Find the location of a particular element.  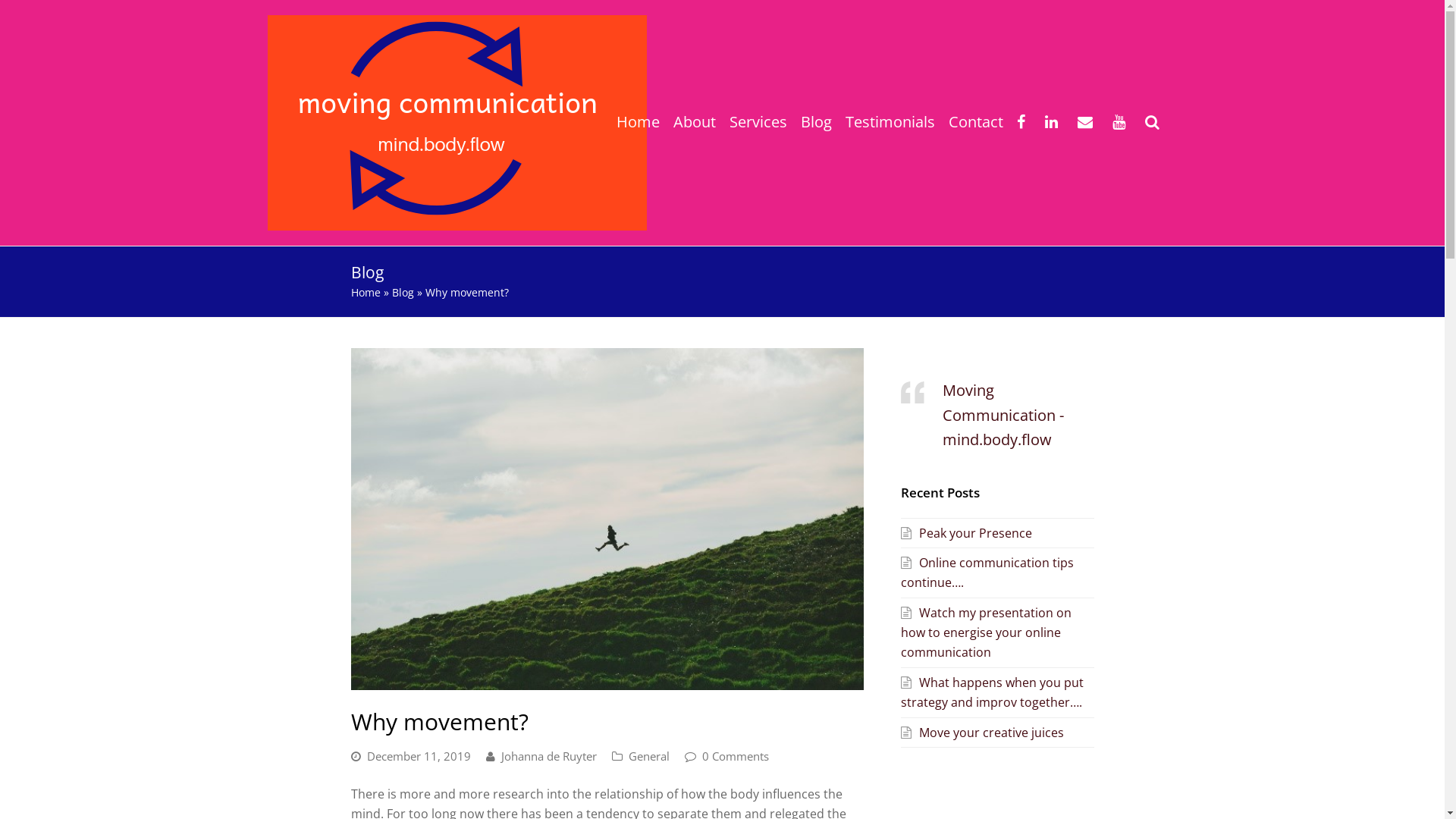

'Johanna de Ruyter' is located at coordinates (548, 755).